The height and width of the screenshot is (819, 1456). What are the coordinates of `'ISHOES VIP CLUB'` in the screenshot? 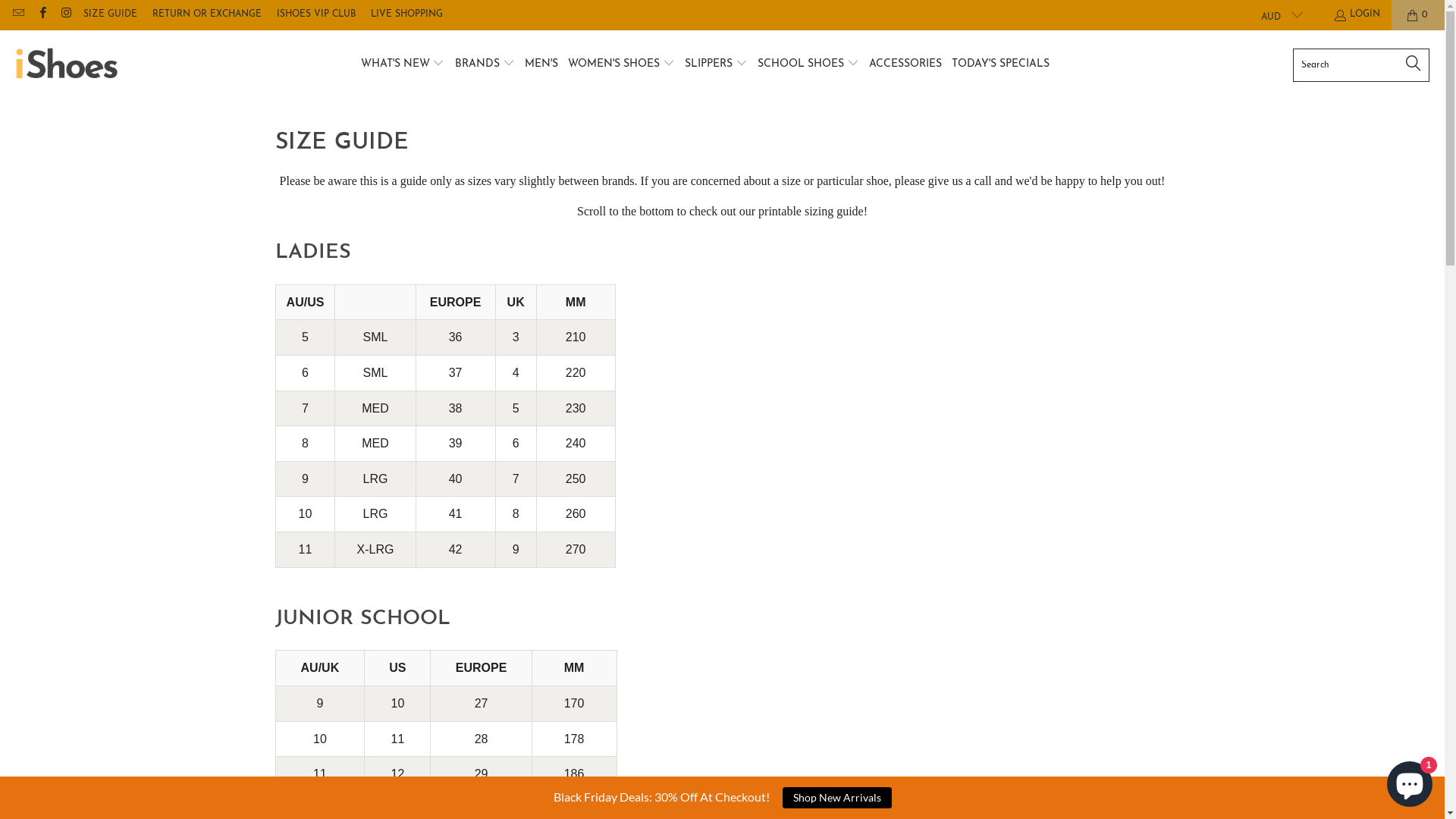 It's located at (315, 14).